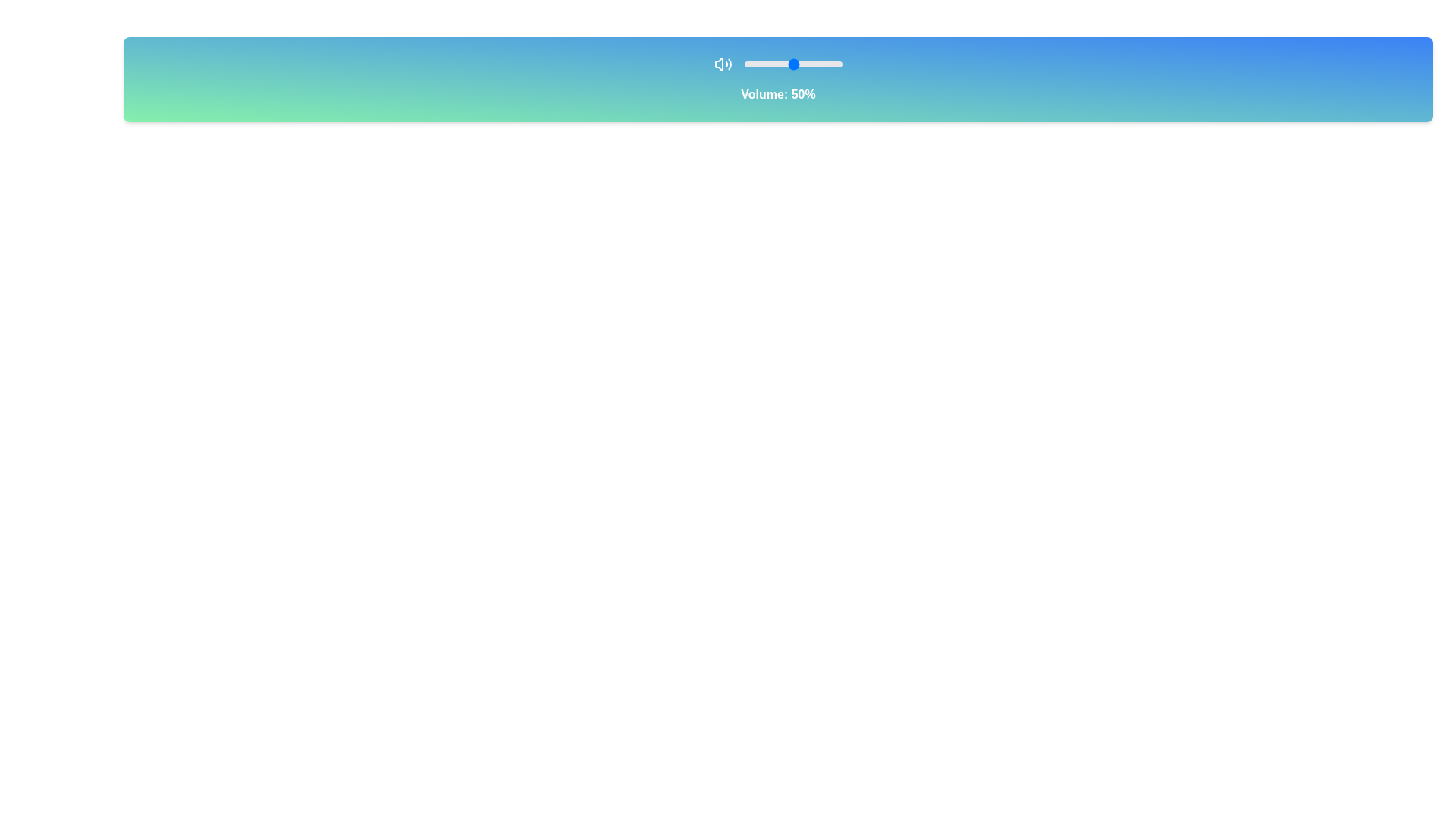 This screenshot has height=819, width=1456. I want to click on the volume level on the slider, so click(802, 63).